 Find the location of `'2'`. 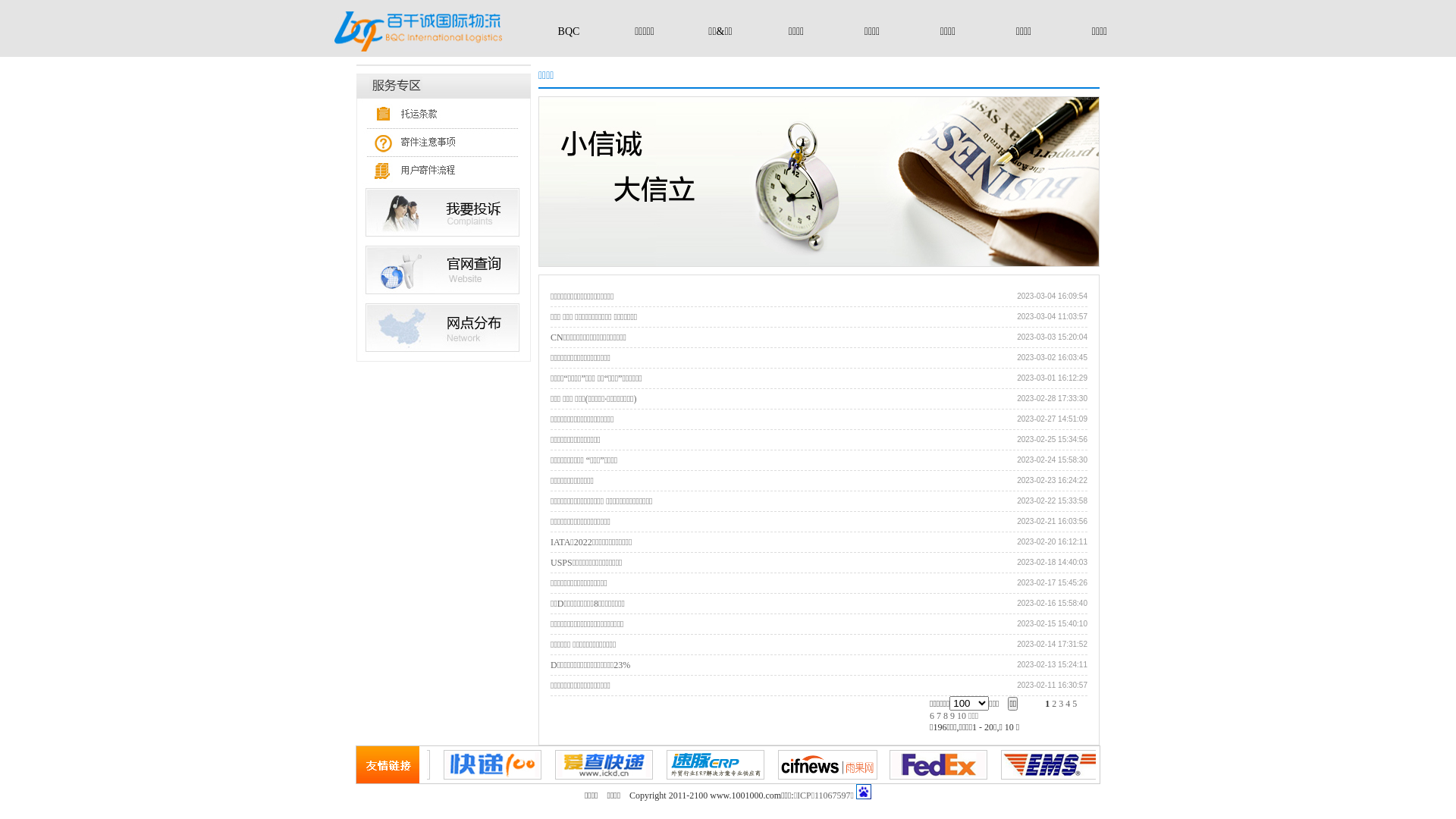

'2' is located at coordinates (1051, 704).